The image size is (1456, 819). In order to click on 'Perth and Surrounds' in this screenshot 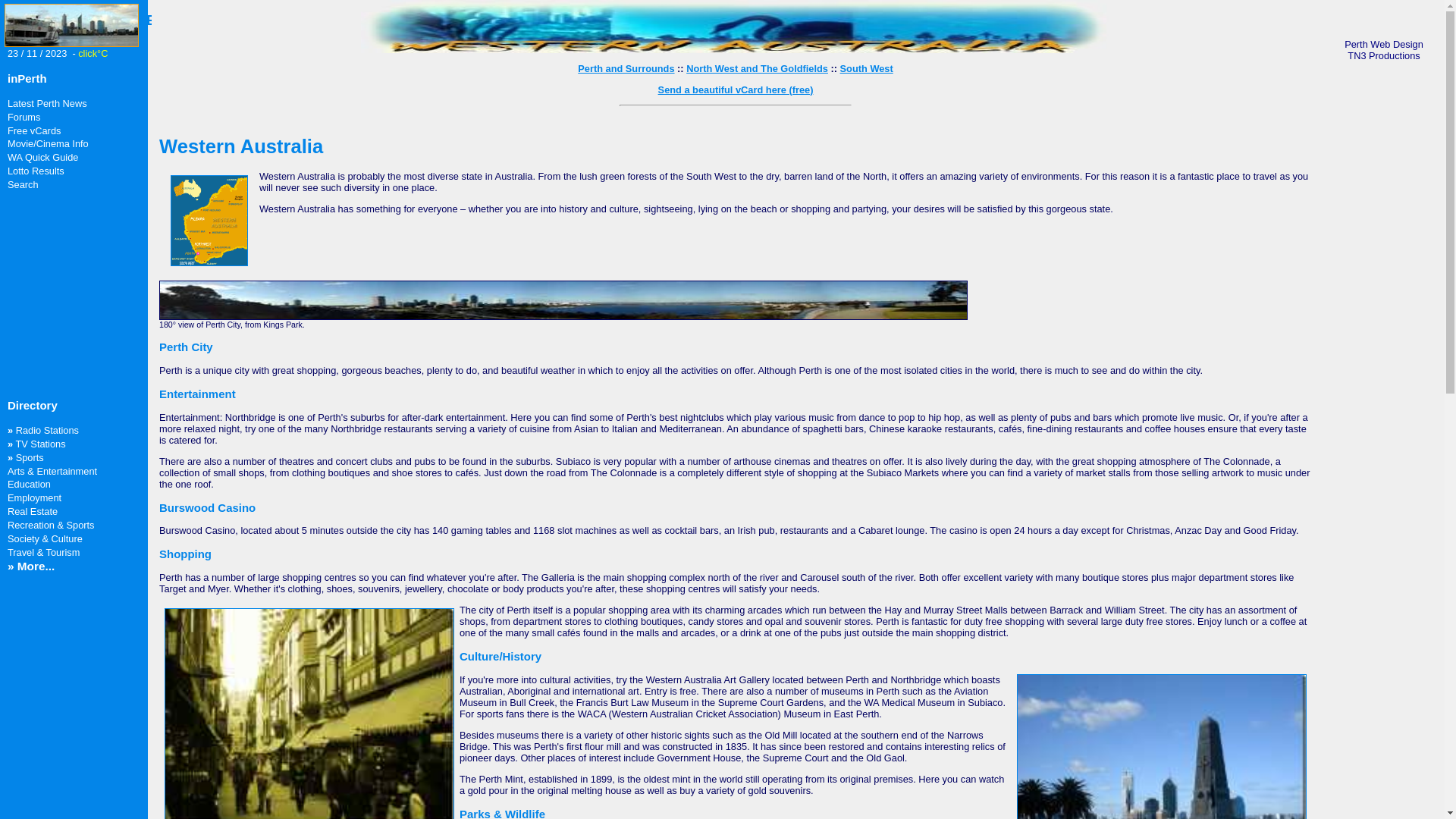, I will do `click(577, 68)`.